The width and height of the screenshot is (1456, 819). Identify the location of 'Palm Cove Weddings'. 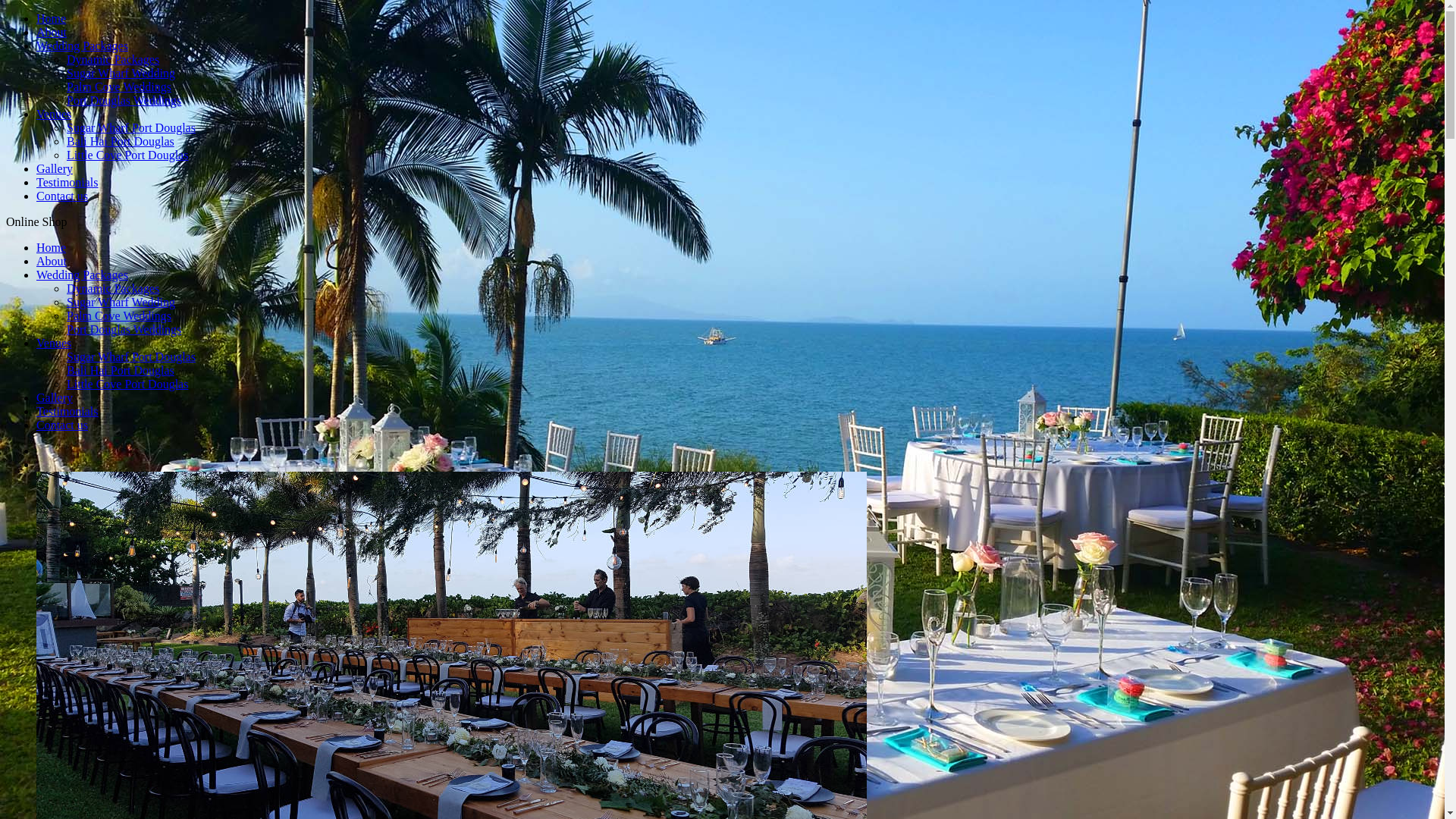
(118, 86).